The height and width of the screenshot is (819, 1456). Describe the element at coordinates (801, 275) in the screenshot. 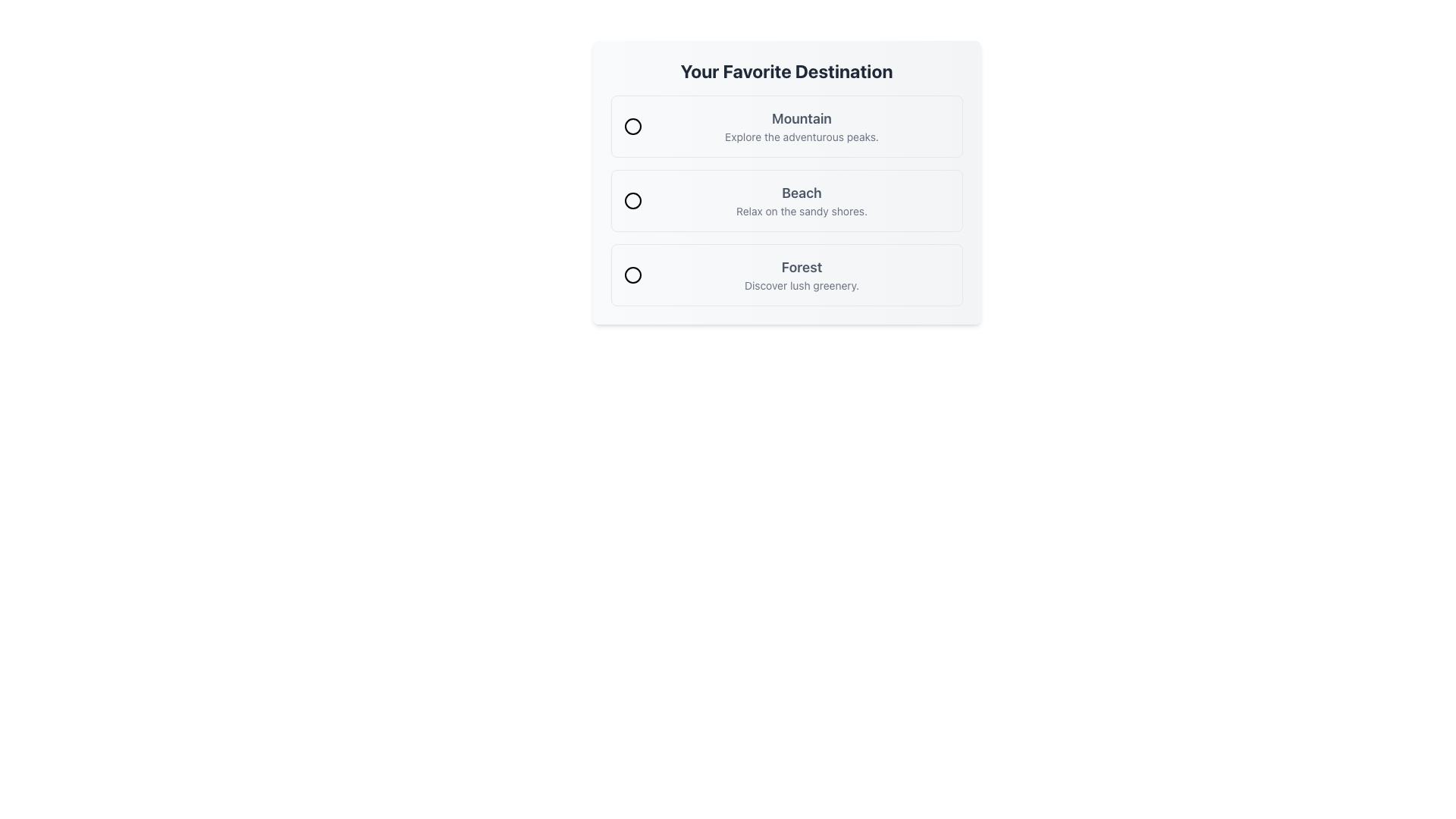

I see `the text display element that shows 'Forest' in bold gray font and the description 'Discover lush greenery.'` at that location.